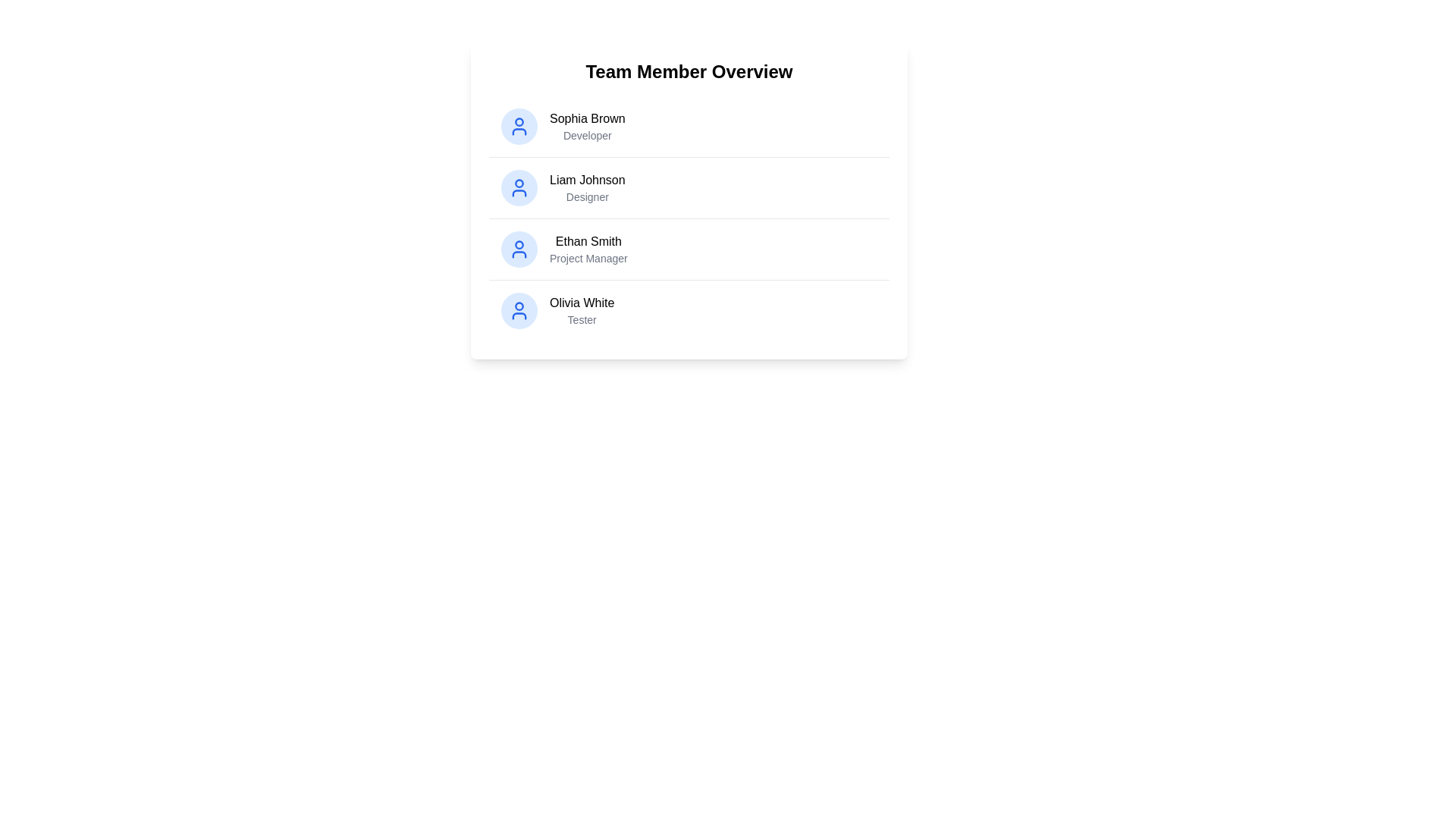  Describe the element at coordinates (519, 183) in the screenshot. I see `the SVG Circle that represents the status indicator within the 'Liam Johnson - Designer' profile card located in the second list item of the 'Team Member Overview'` at that location.